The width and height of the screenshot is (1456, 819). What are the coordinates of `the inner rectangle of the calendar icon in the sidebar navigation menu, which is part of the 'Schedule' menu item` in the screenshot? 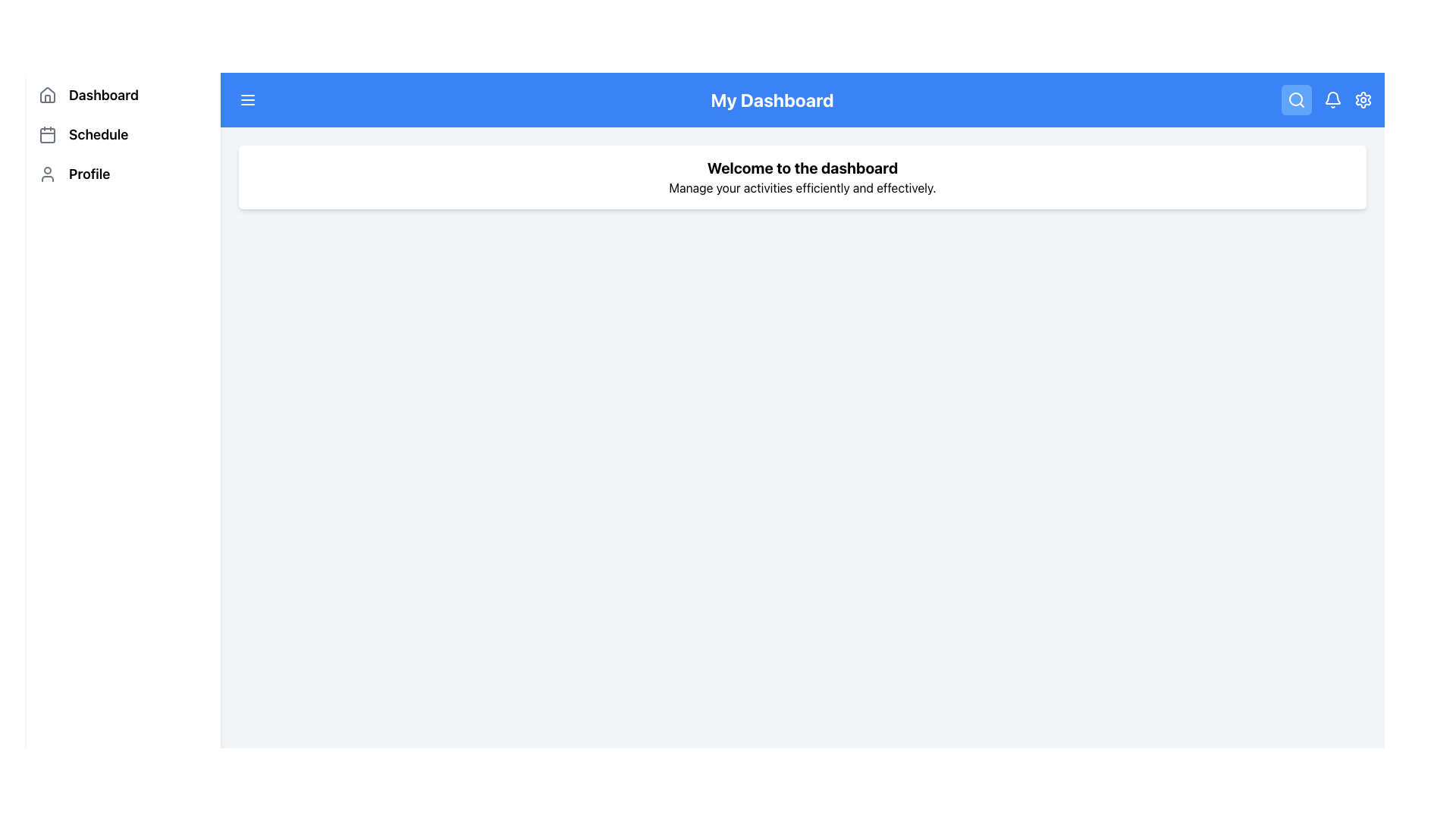 It's located at (47, 134).